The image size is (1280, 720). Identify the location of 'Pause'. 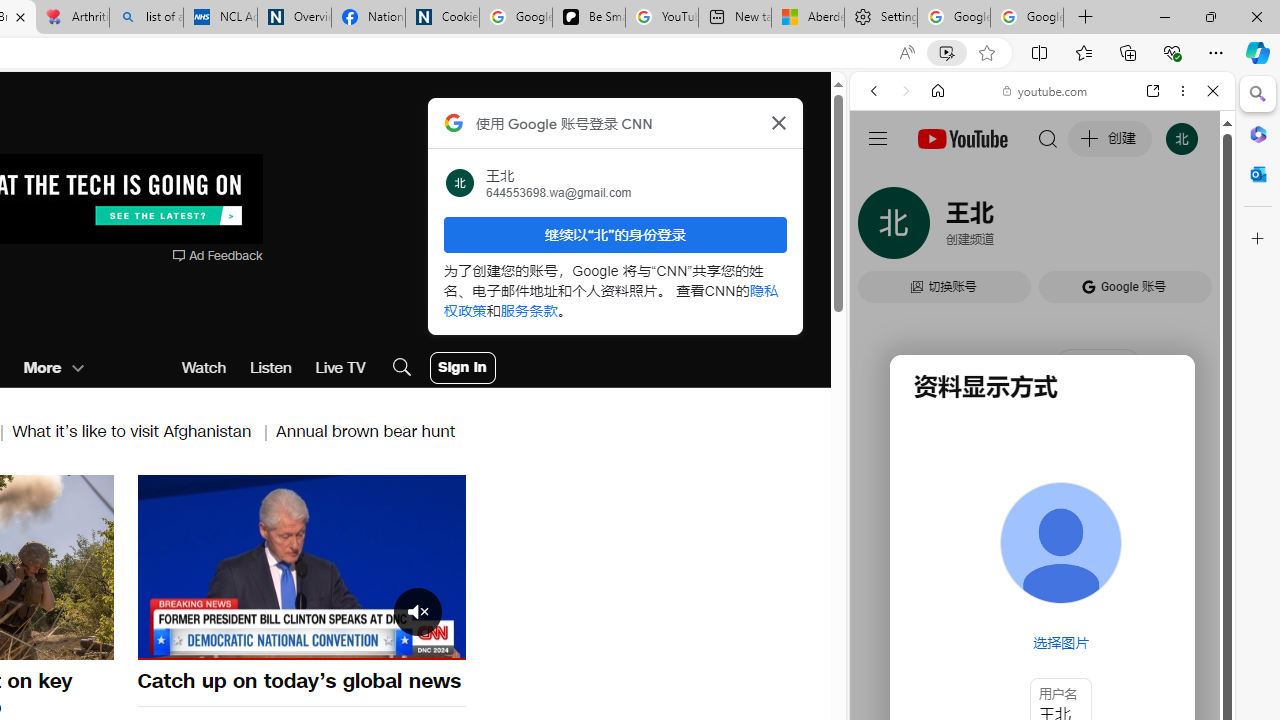
(300, 567).